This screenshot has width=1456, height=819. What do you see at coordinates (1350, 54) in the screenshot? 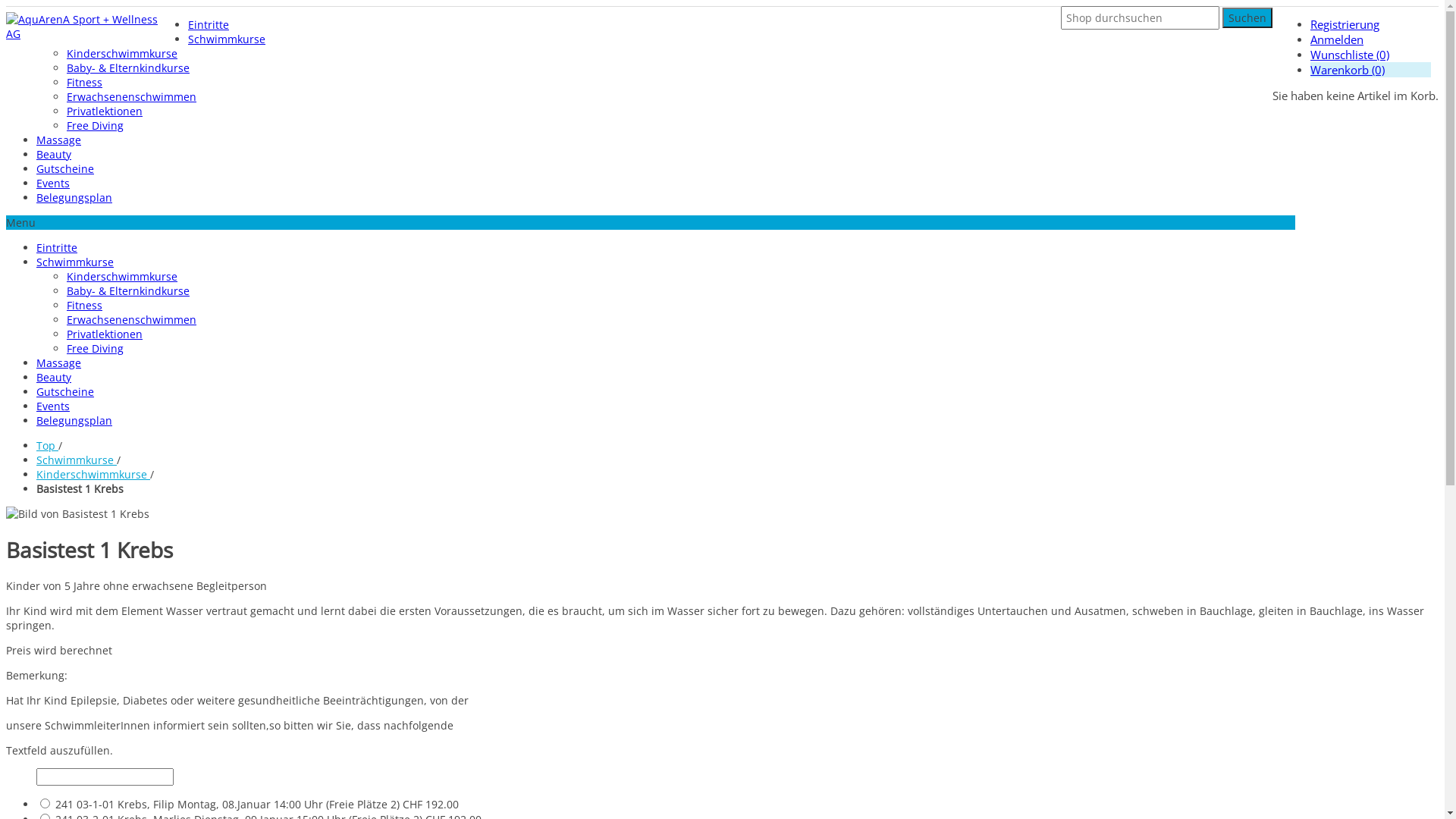
I see `'Wunschliste (0)'` at bounding box center [1350, 54].